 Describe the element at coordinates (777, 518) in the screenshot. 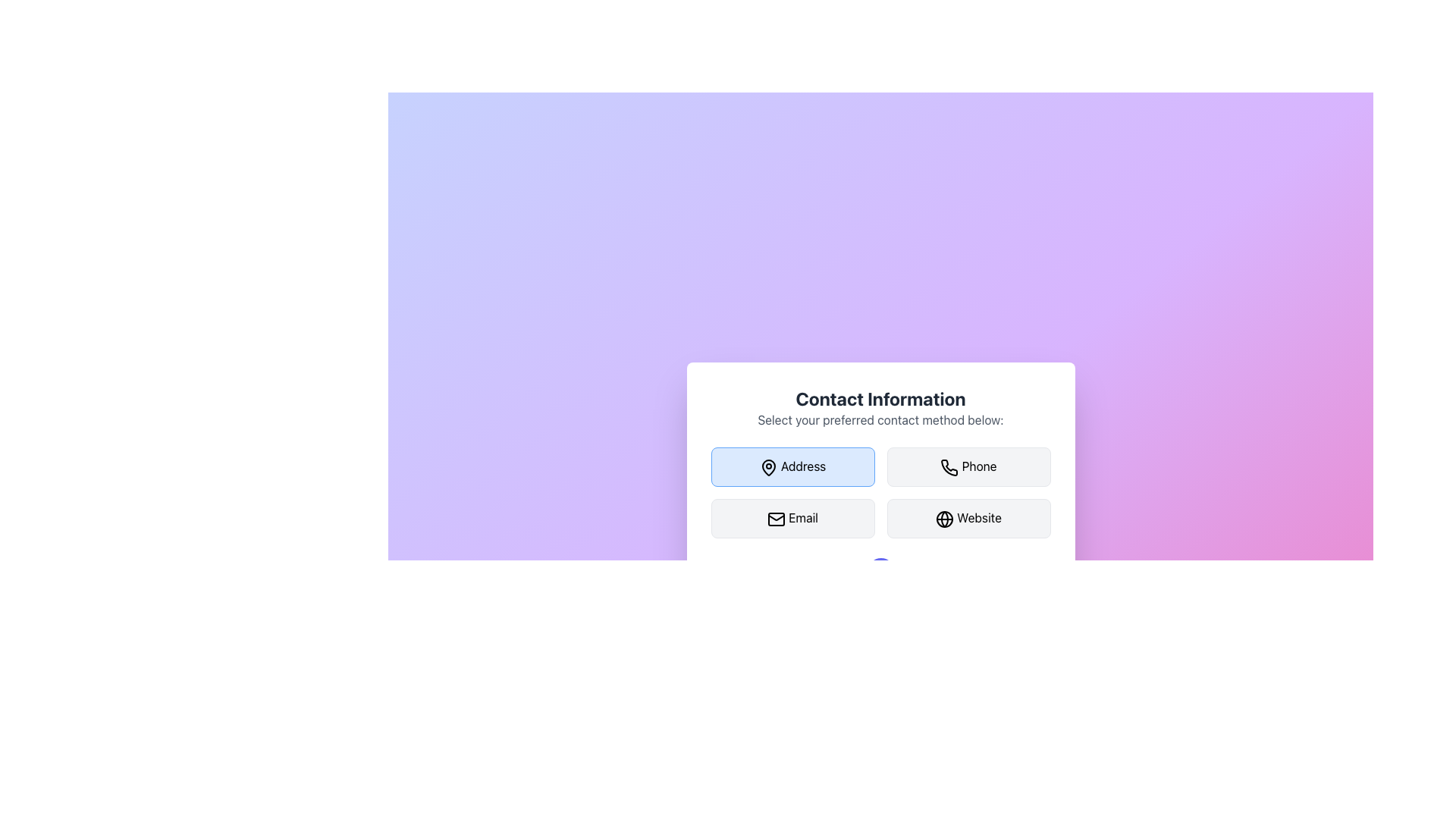

I see `the email icon located in the bottom-left corner of the button labeled 'Email'` at that location.